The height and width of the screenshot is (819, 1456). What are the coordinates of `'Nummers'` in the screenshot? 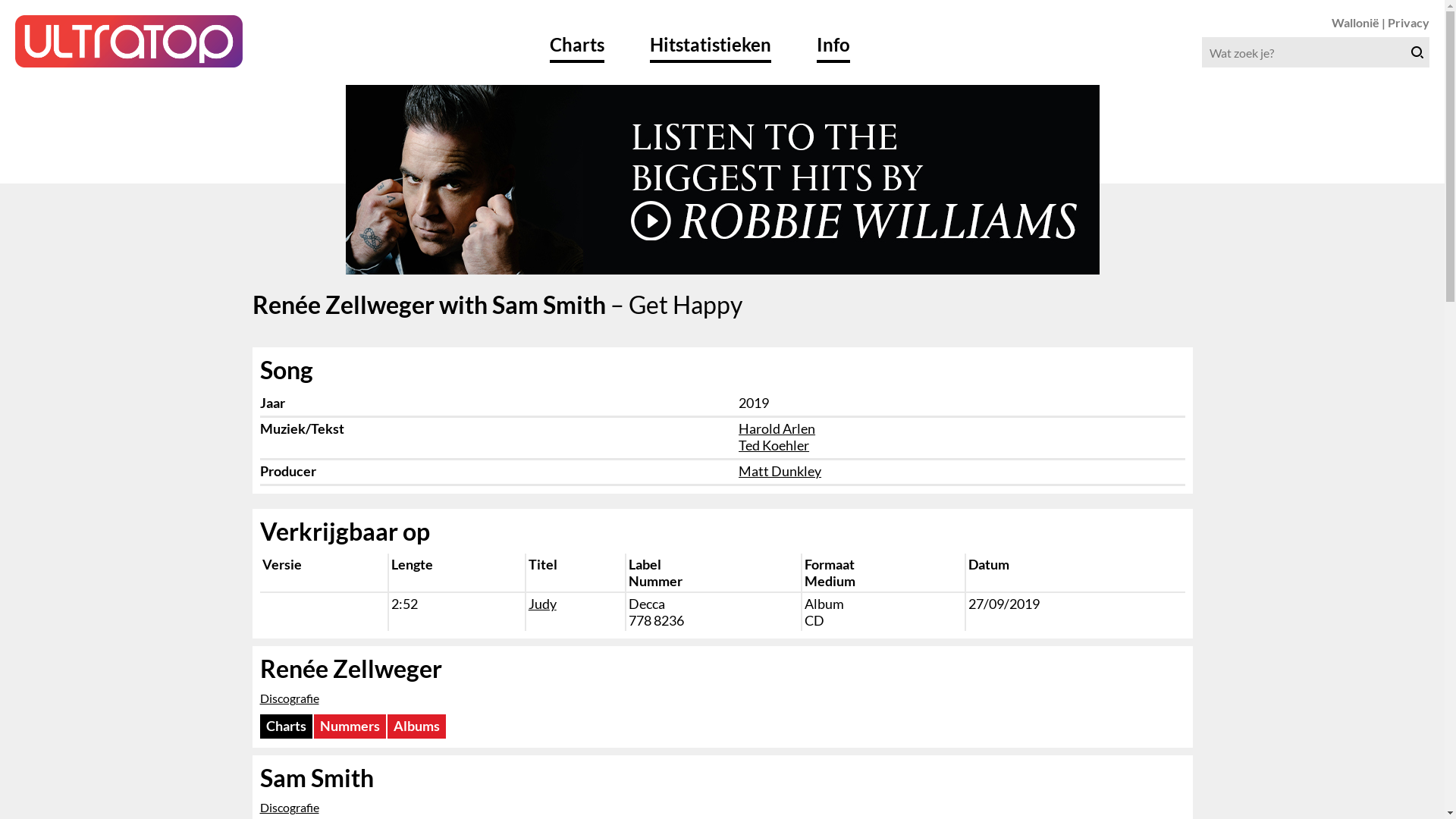 It's located at (349, 725).